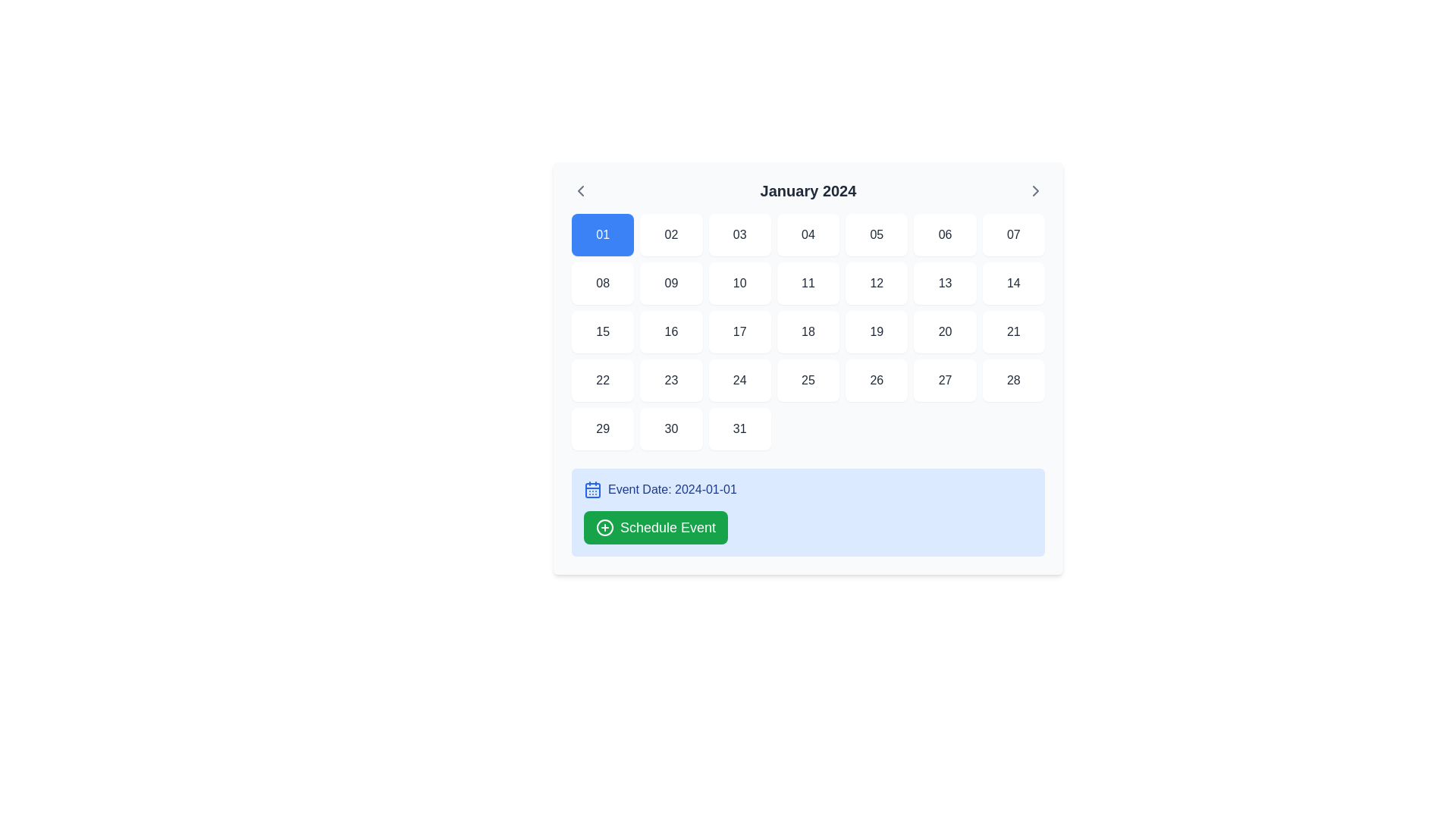  Describe the element at coordinates (602, 379) in the screenshot. I see `and focus on the button representing the 22nd day of the month using keyboard navigation` at that location.